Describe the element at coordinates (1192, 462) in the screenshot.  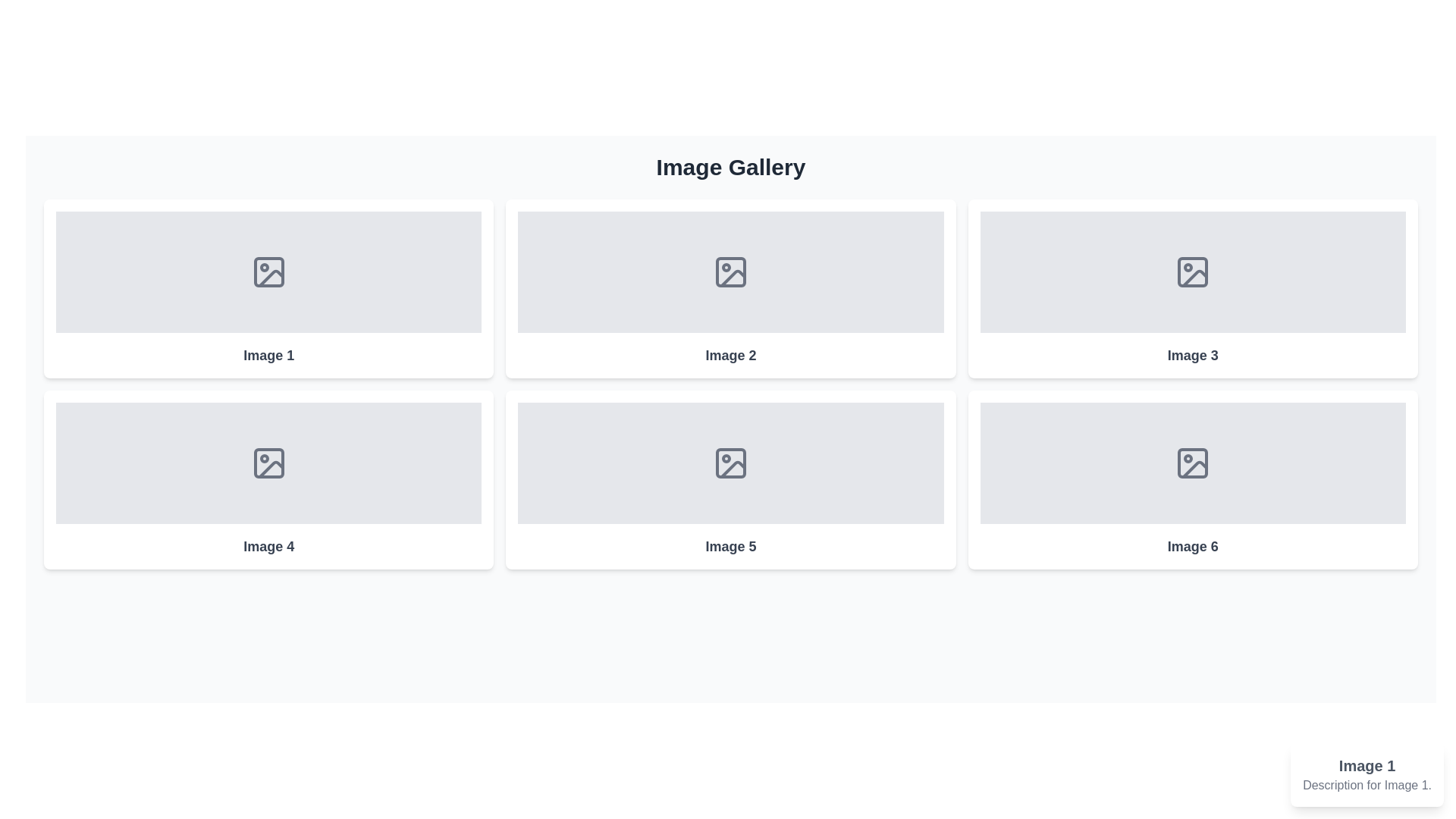
I see `the visual placeholder with a light gray background and a centered image icon, located within the 'Image 6' card in the bottom-right corner of a 2x3 grid layout` at that location.